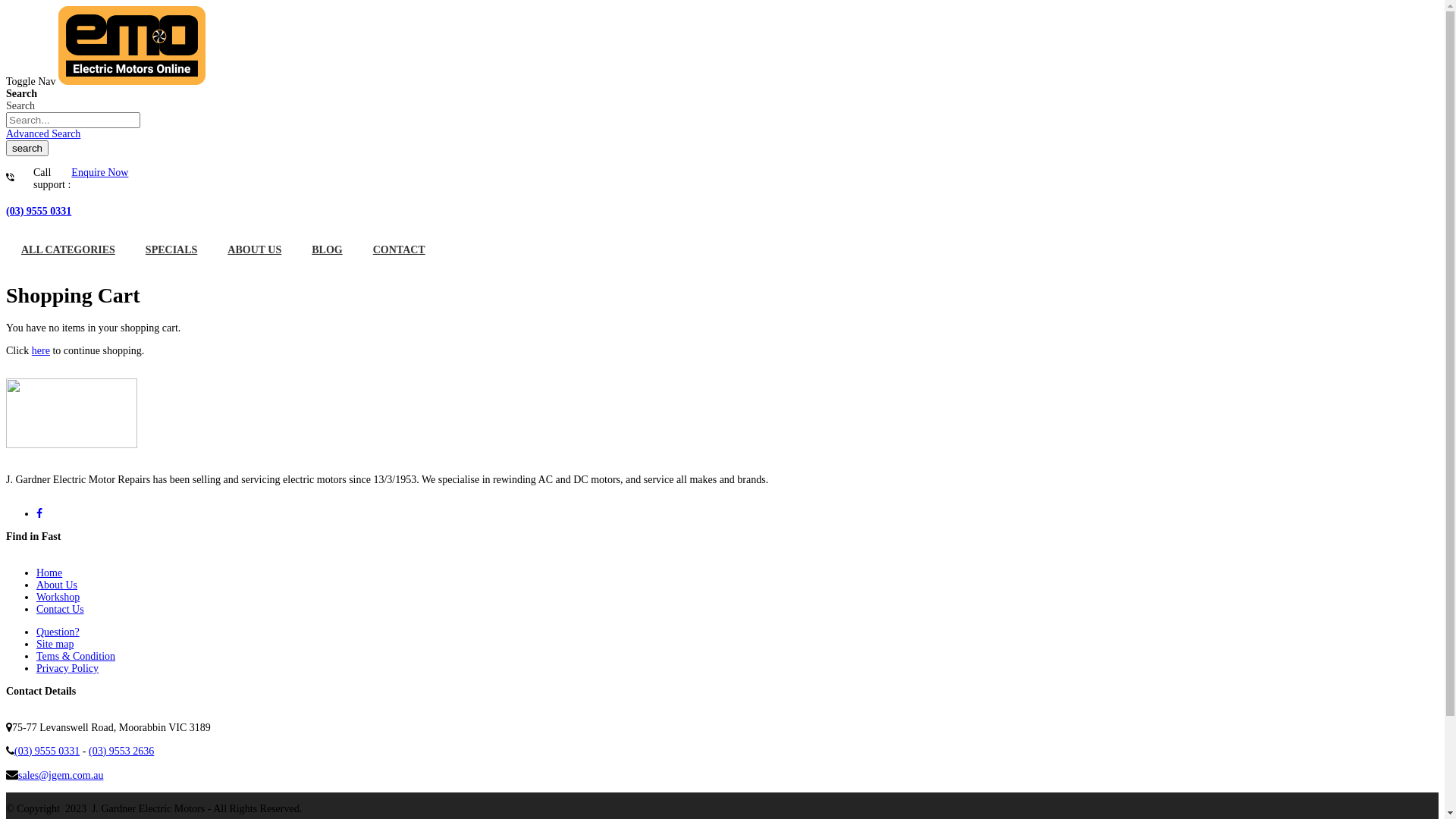 The image size is (1456, 819). I want to click on 'Advanced Search', so click(43, 133).